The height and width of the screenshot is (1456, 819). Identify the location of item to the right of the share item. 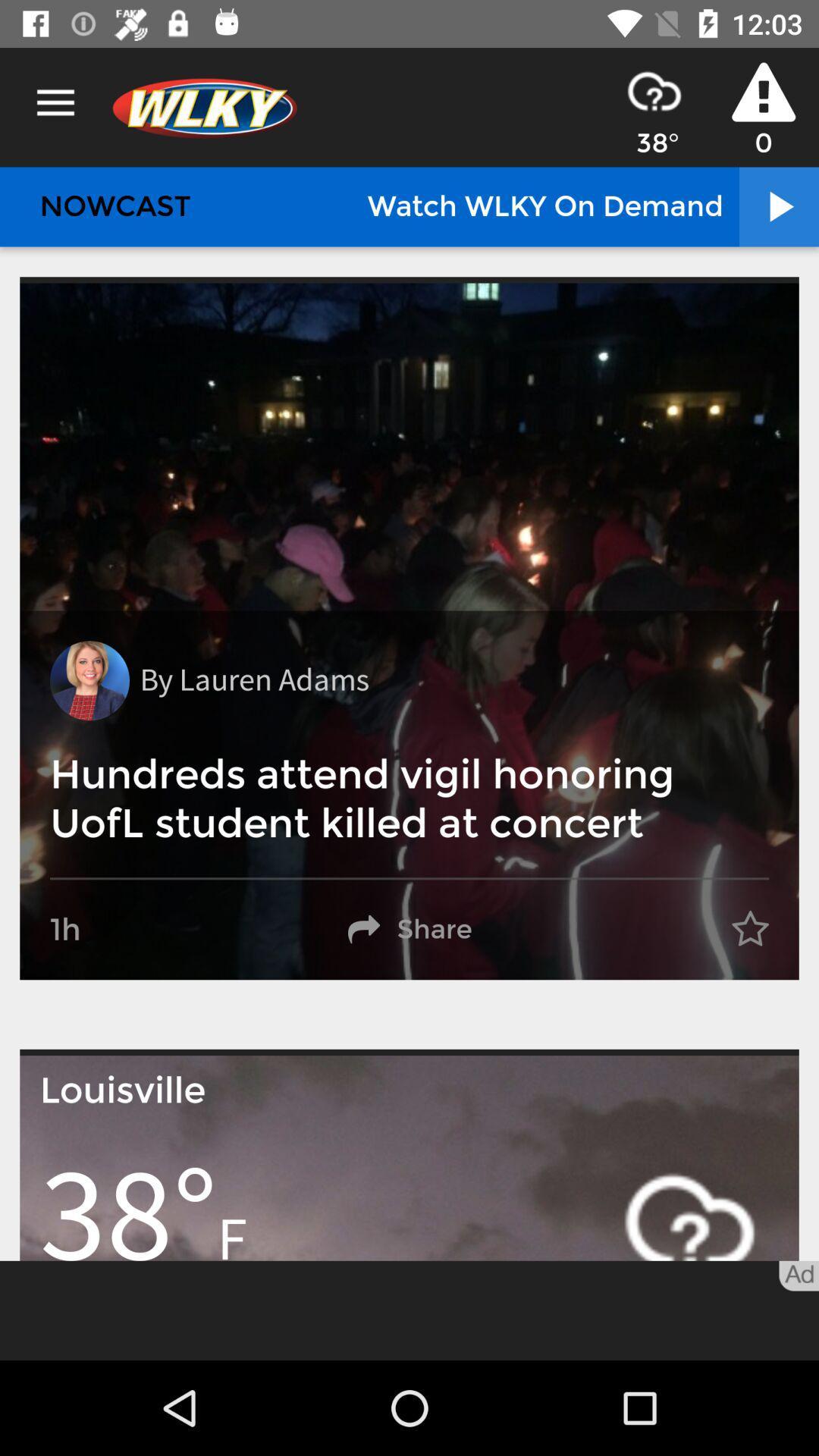
(749, 929).